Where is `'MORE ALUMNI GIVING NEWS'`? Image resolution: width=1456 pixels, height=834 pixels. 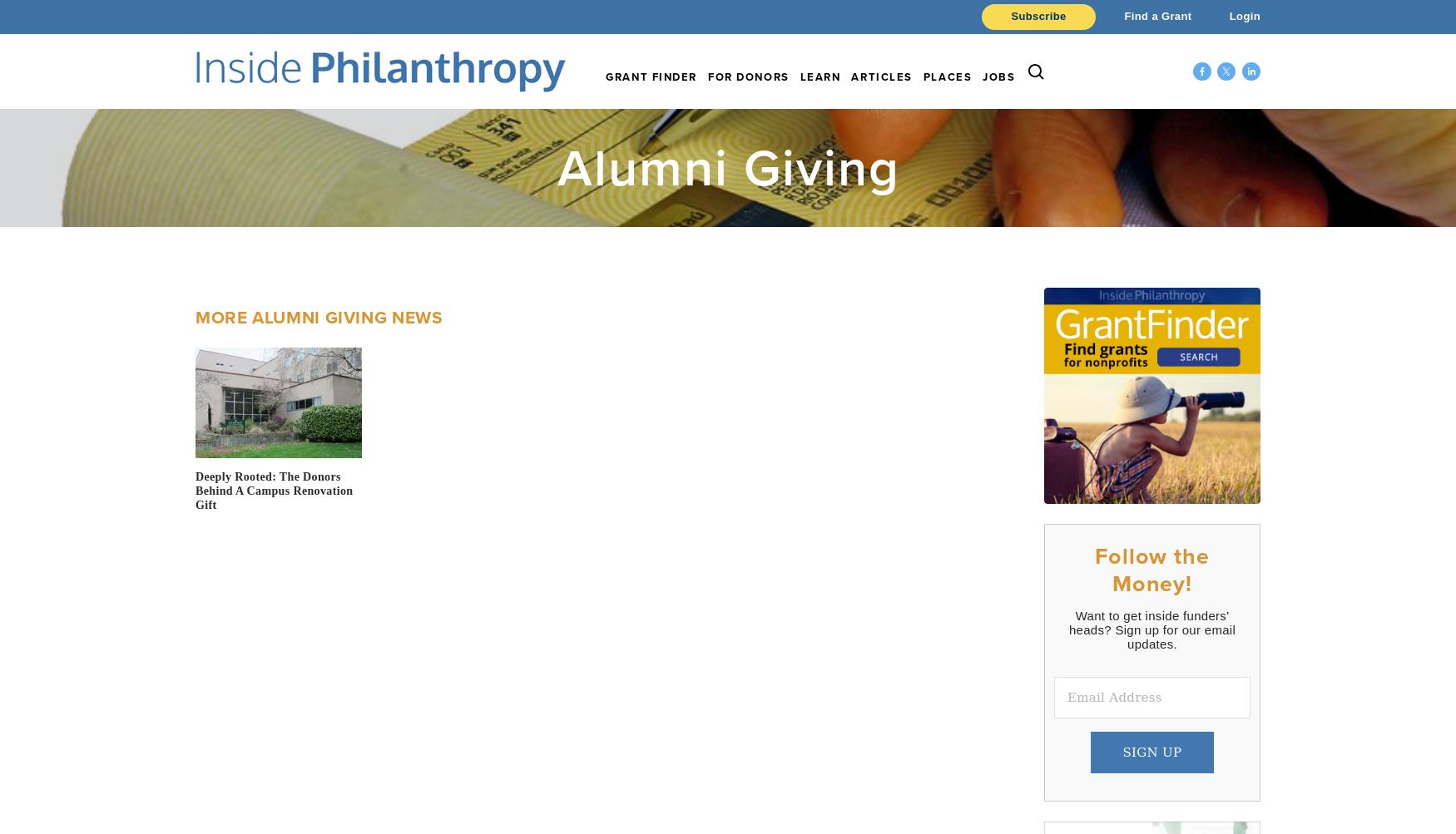
'MORE ALUMNI GIVING NEWS' is located at coordinates (196, 315).